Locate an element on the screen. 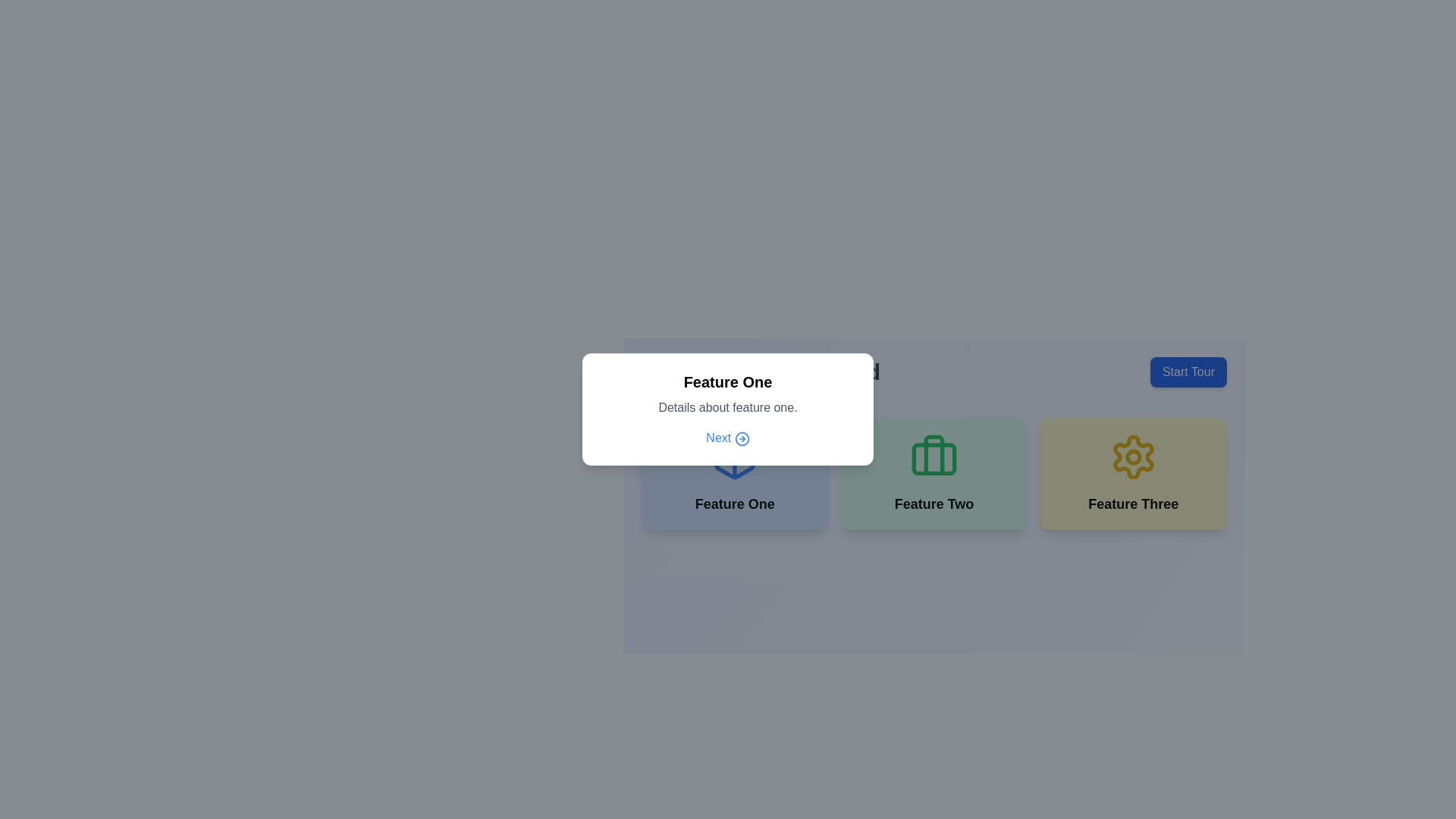 The image size is (1456, 819). the Informational Card highlighting 'Feature Two' is located at coordinates (934, 472).